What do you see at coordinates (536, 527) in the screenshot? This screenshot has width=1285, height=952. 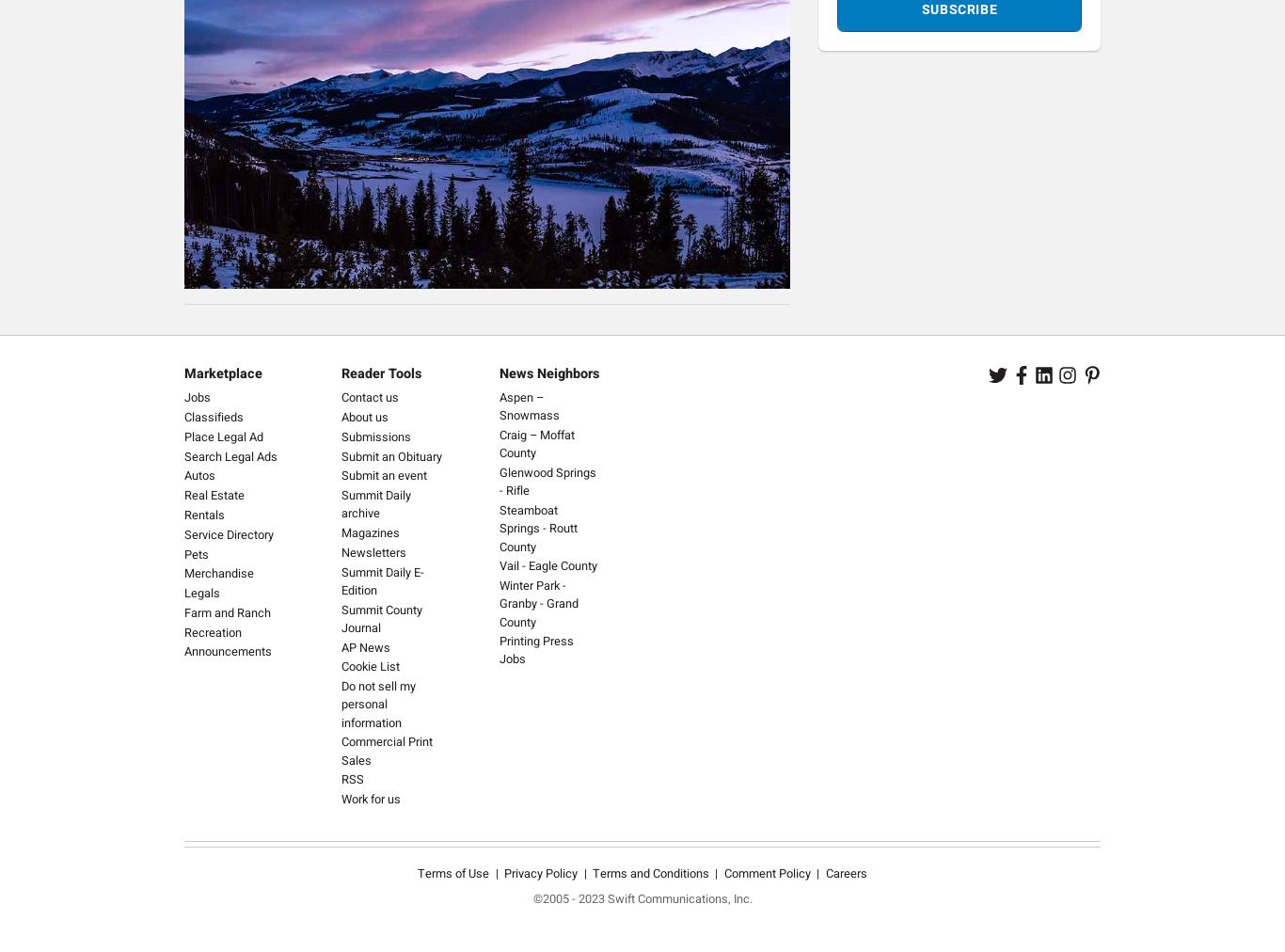 I see `'Steamboat Springs - Routt County'` at bounding box center [536, 527].